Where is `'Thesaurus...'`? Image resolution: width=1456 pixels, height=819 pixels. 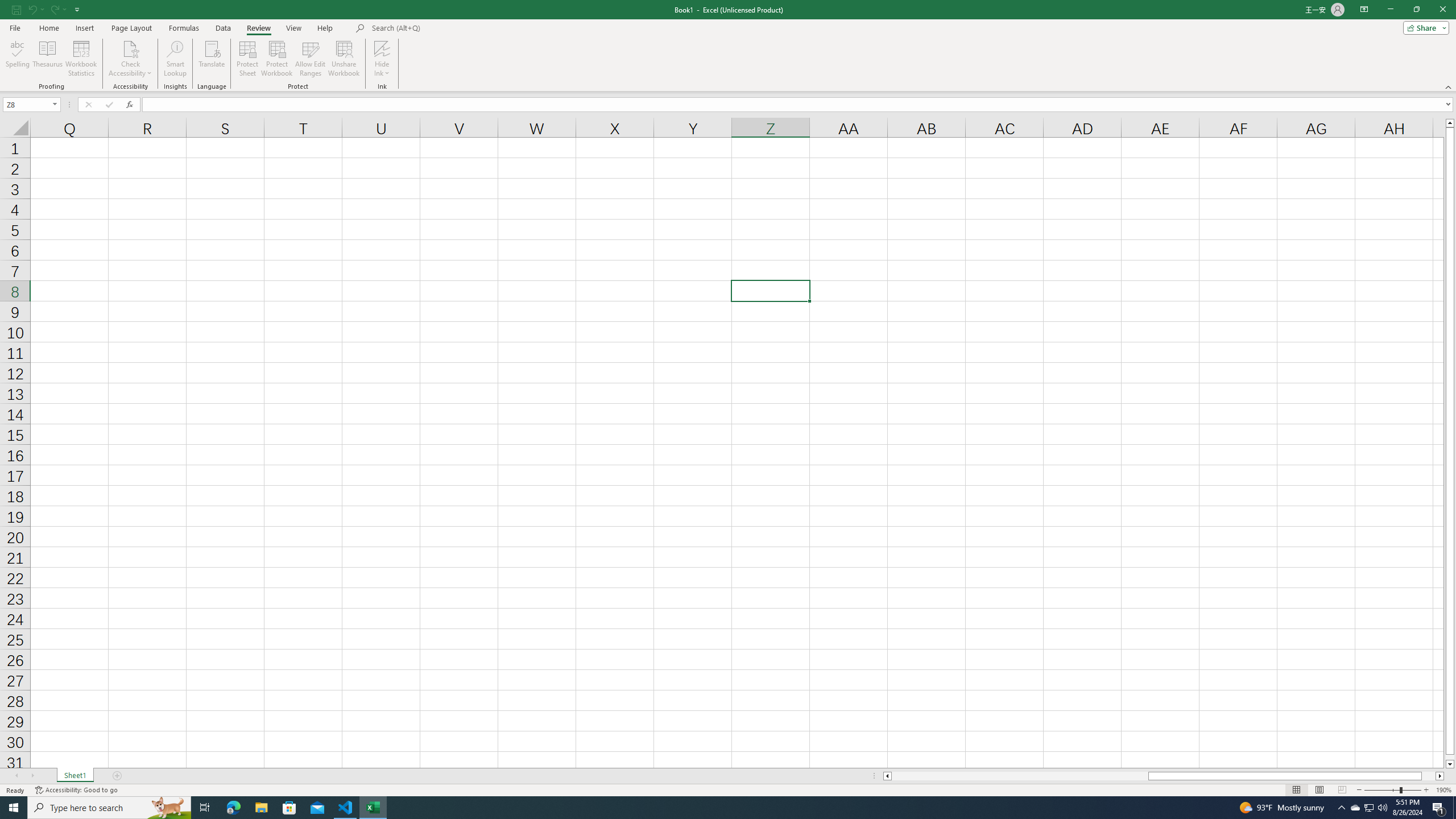 'Thesaurus...' is located at coordinates (47, 59).